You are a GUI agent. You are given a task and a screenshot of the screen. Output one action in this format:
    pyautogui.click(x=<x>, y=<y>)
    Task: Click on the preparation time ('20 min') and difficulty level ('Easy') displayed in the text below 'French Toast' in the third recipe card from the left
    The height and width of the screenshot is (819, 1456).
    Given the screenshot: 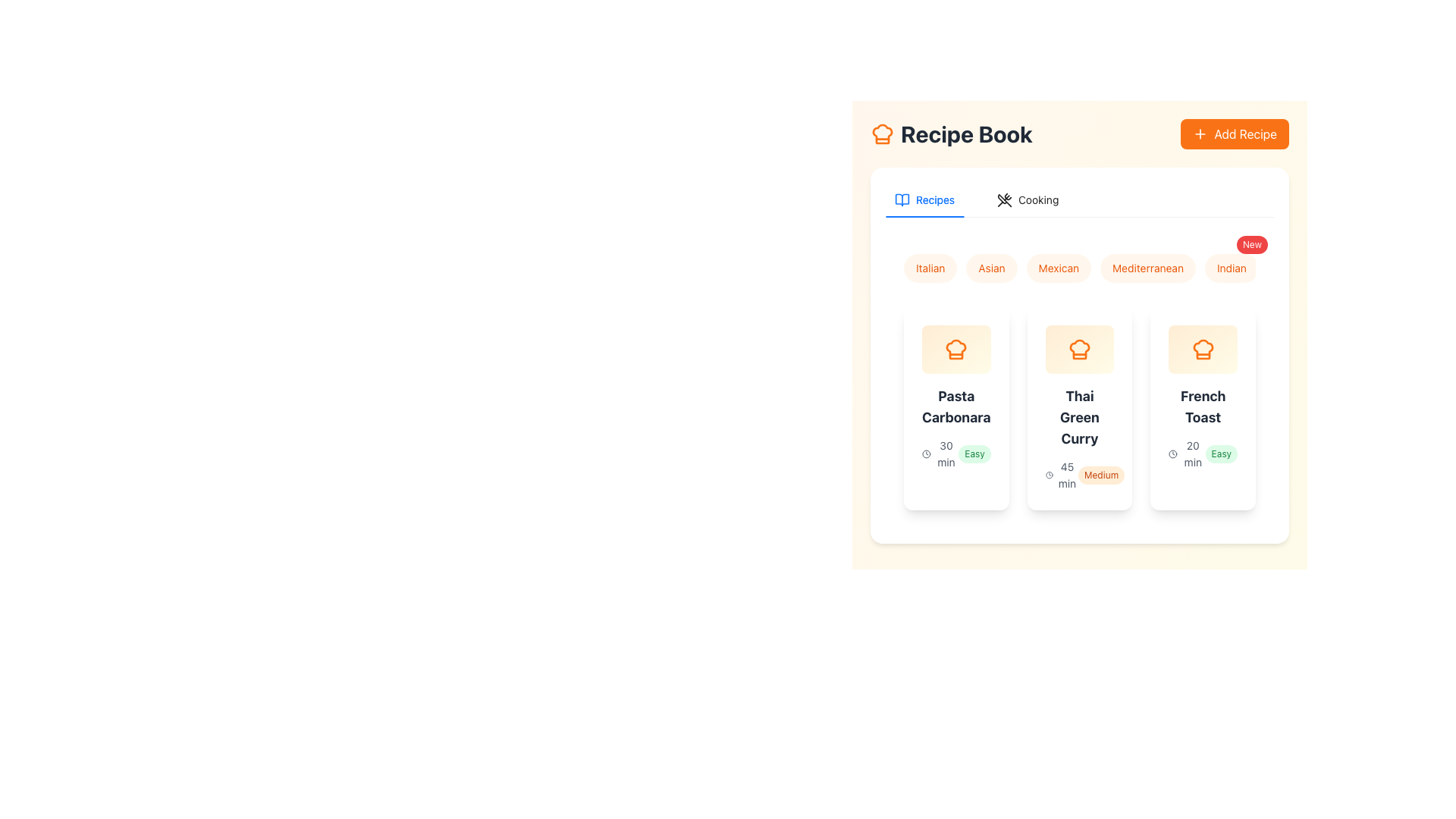 What is the action you would take?
    pyautogui.click(x=1202, y=453)
    